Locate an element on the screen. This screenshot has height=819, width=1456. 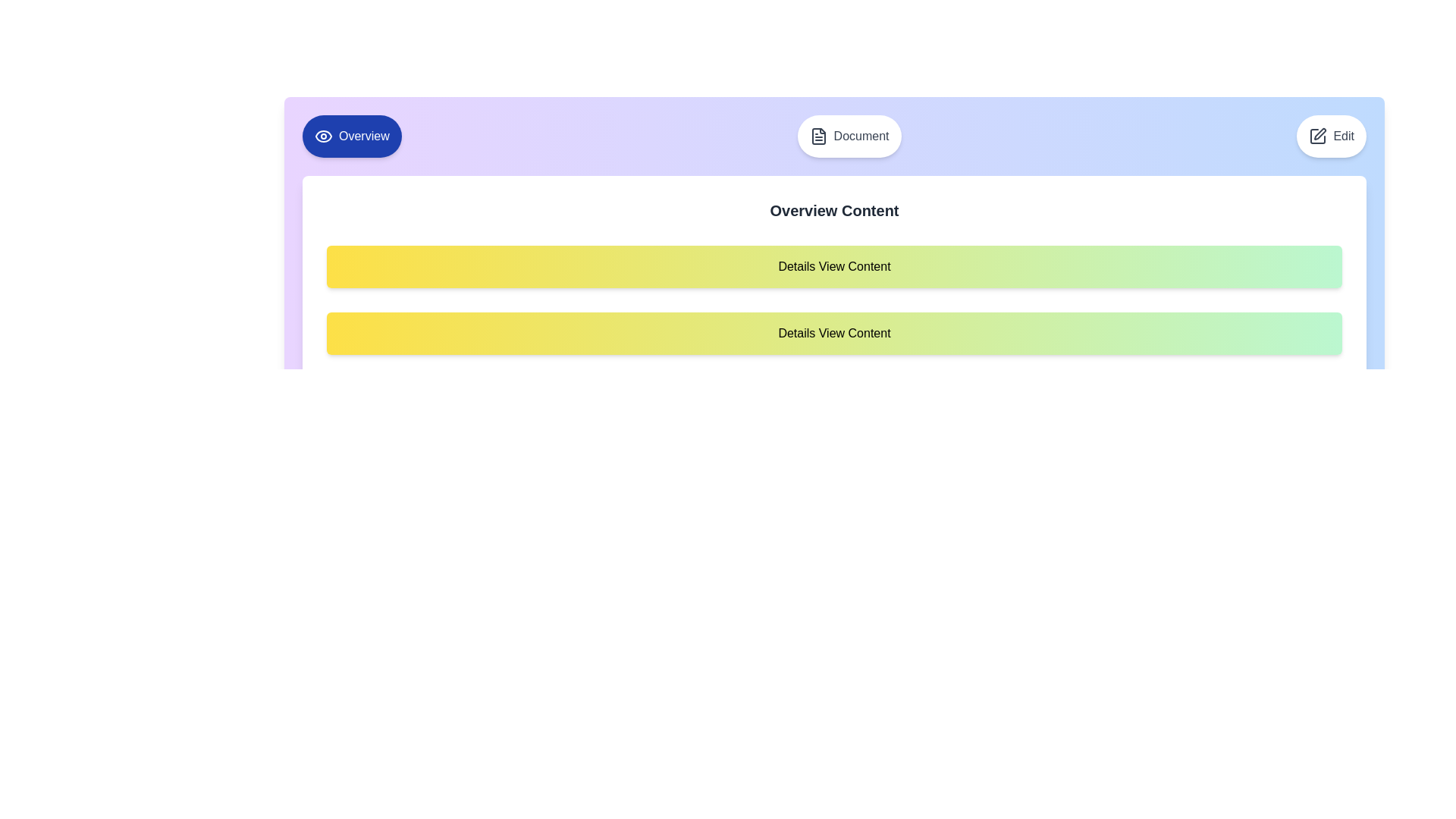
the first content block within the active tab is located at coordinates (833, 265).